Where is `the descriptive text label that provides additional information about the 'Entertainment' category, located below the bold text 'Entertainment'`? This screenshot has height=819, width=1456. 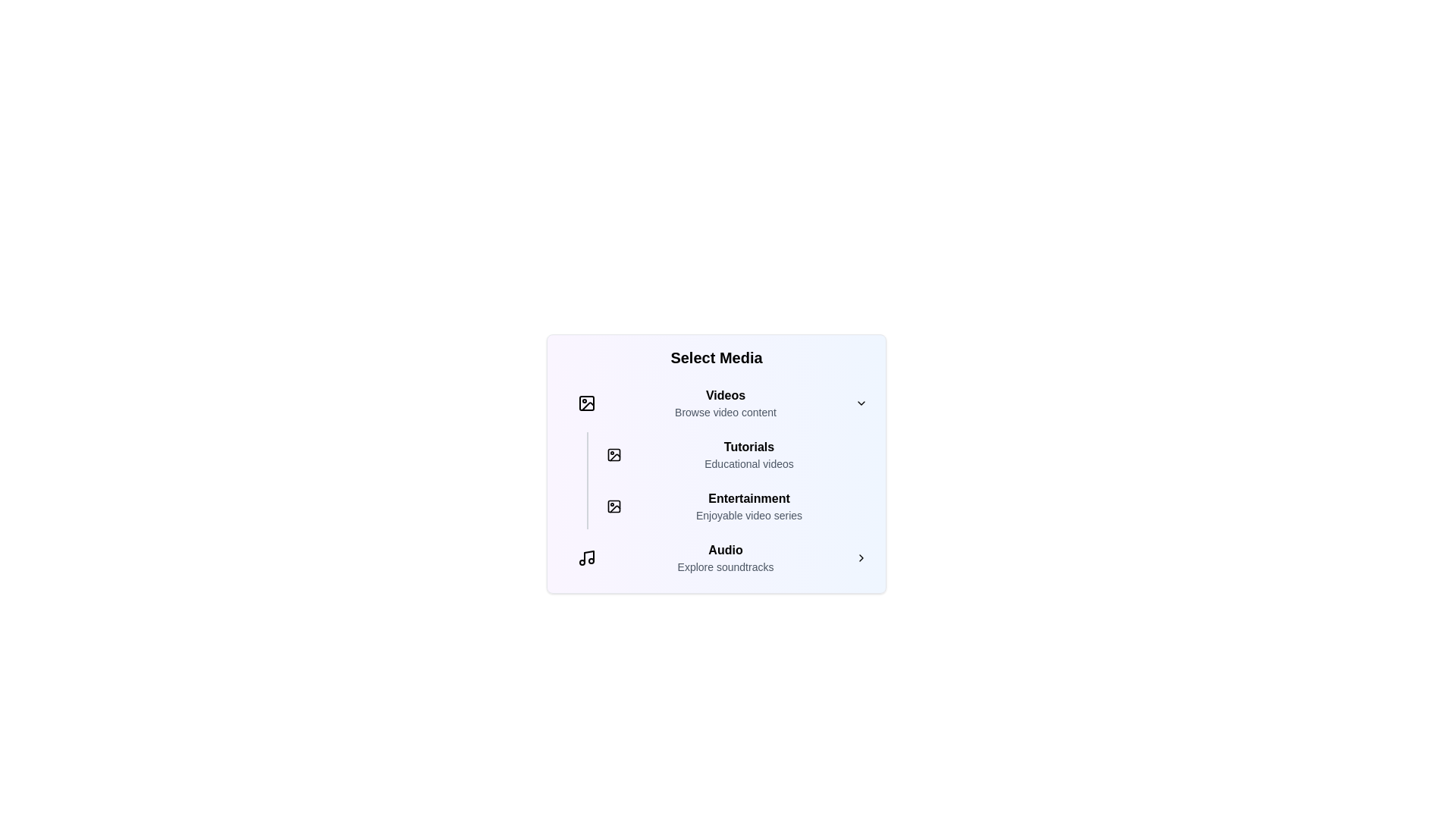 the descriptive text label that provides additional information about the 'Entertainment' category, located below the bold text 'Entertainment' is located at coordinates (749, 514).